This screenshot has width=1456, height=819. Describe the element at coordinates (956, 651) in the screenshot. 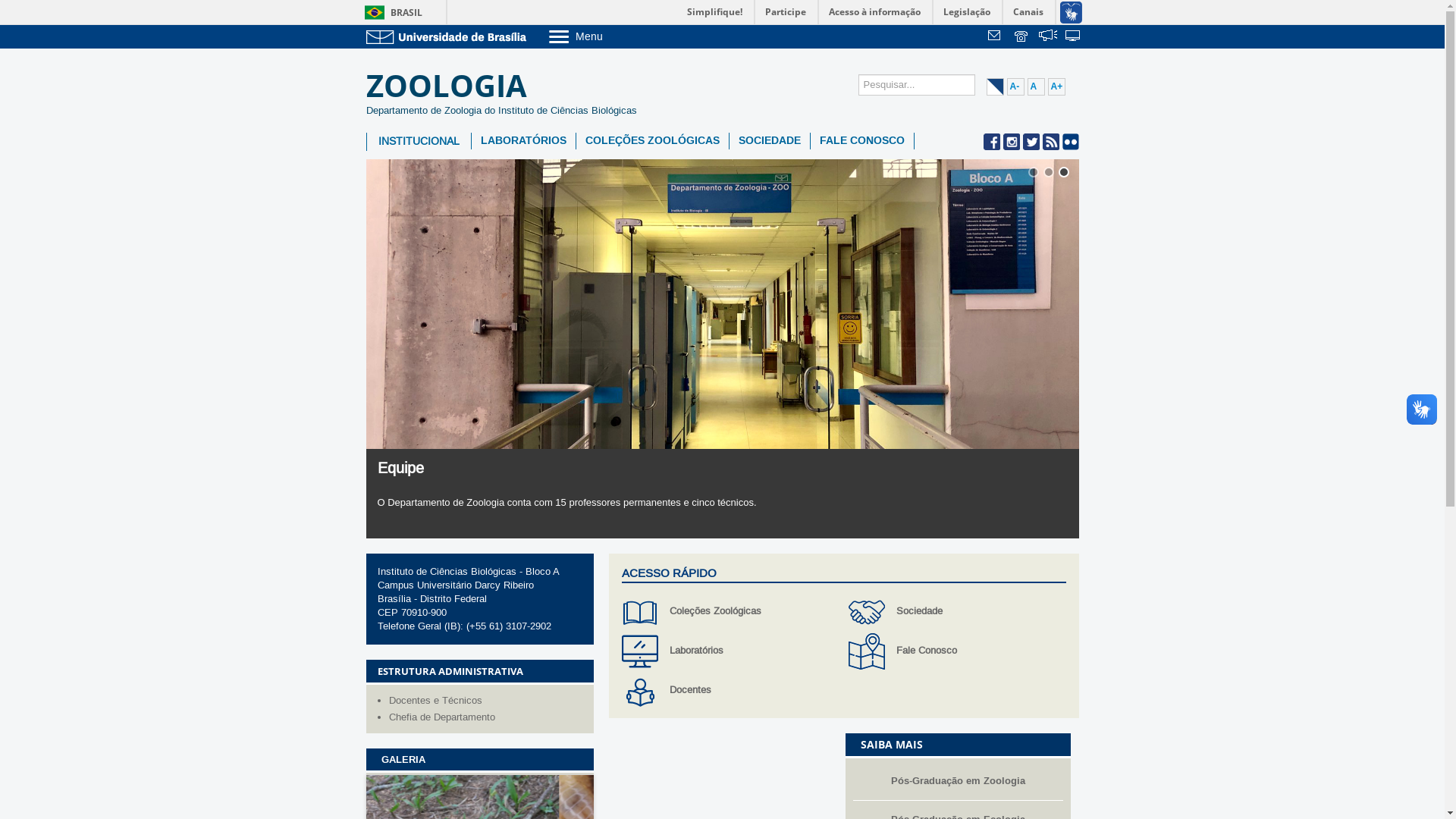

I see `'Fale Conosco'` at that location.